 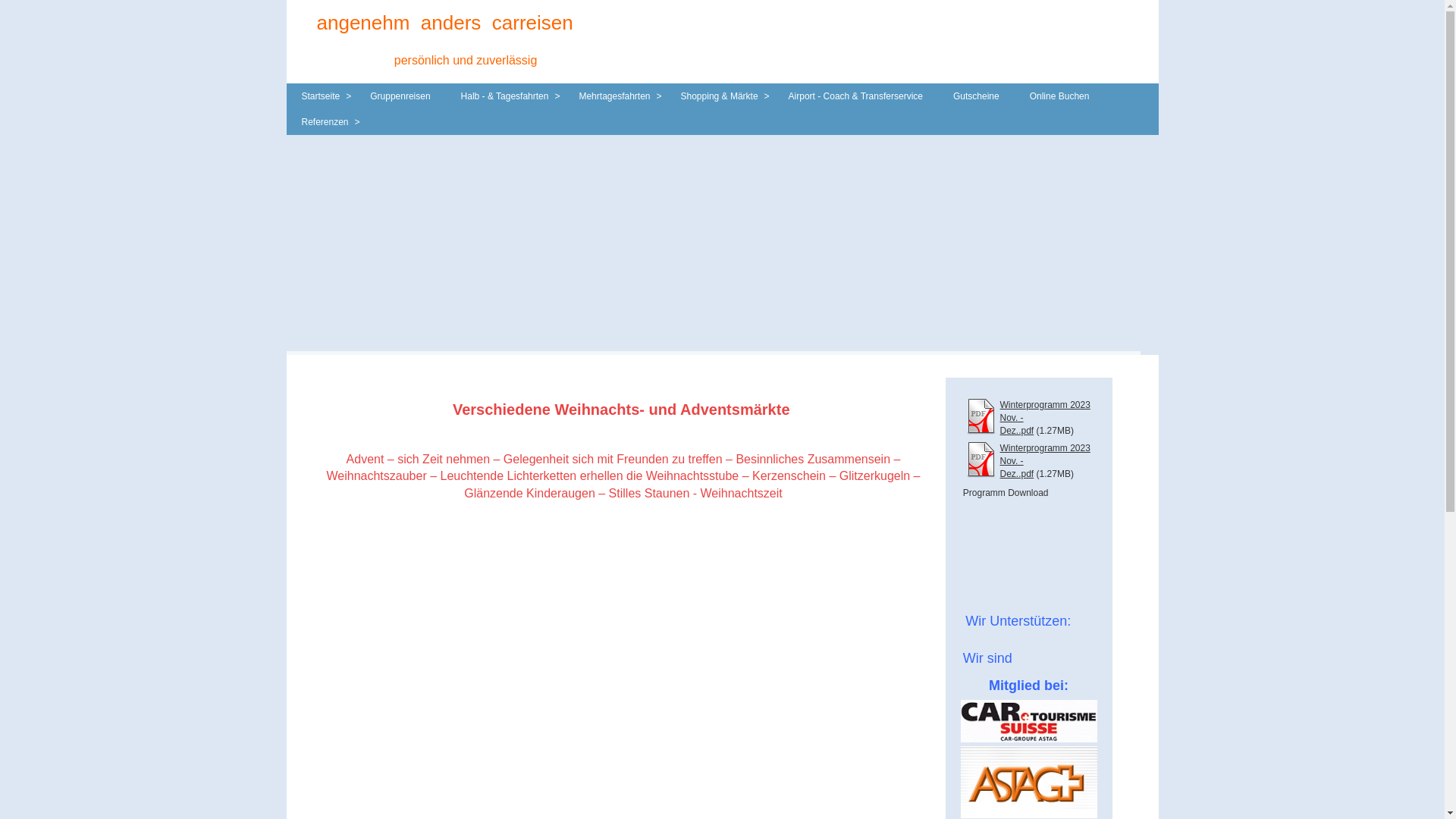 What do you see at coordinates (287, 121) in the screenshot?
I see `'Referenzen'` at bounding box center [287, 121].